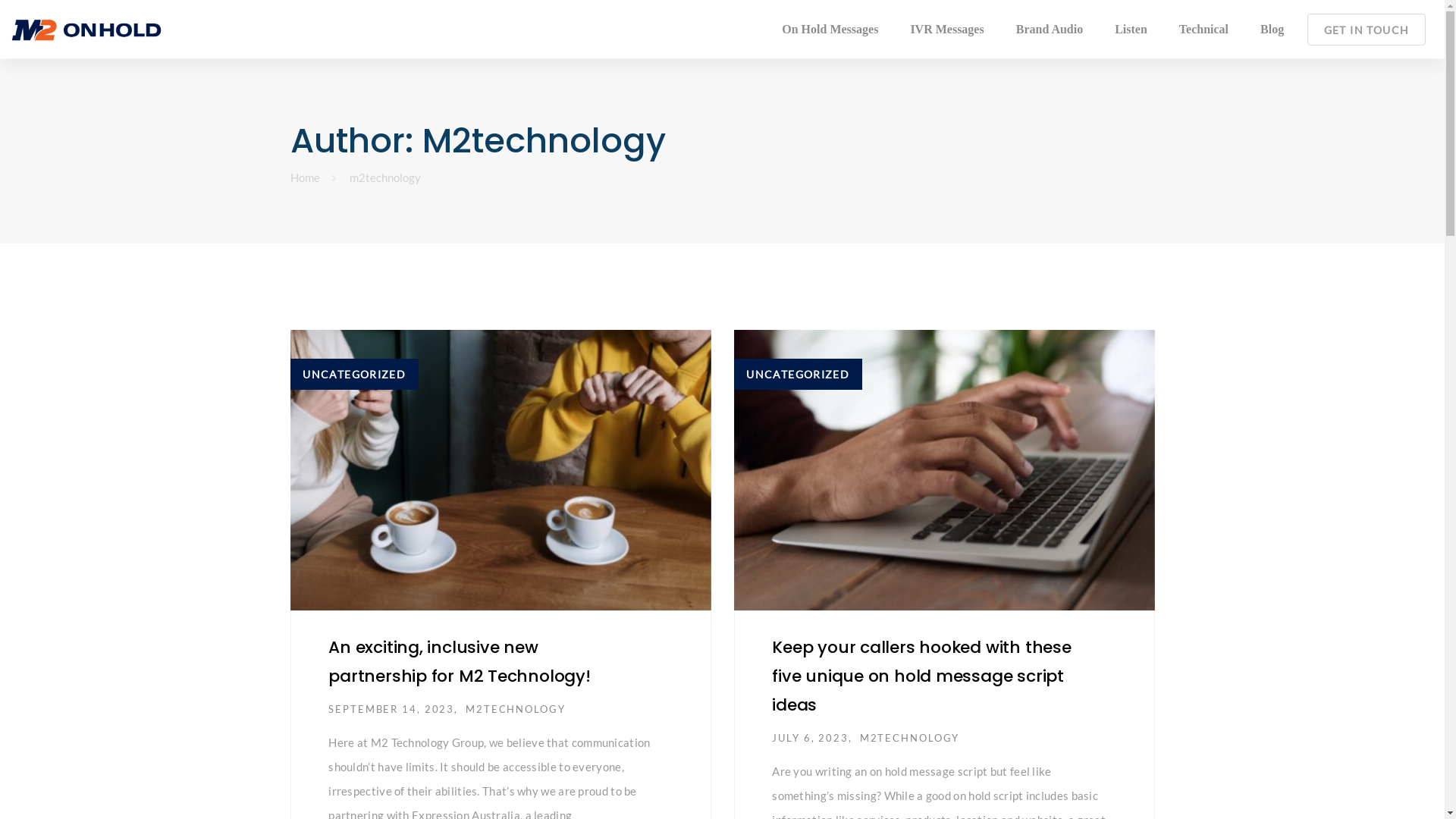  What do you see at coordinates (290, 177) in the screenshot?
I see `'Home'` at bounding box center [290, 177].